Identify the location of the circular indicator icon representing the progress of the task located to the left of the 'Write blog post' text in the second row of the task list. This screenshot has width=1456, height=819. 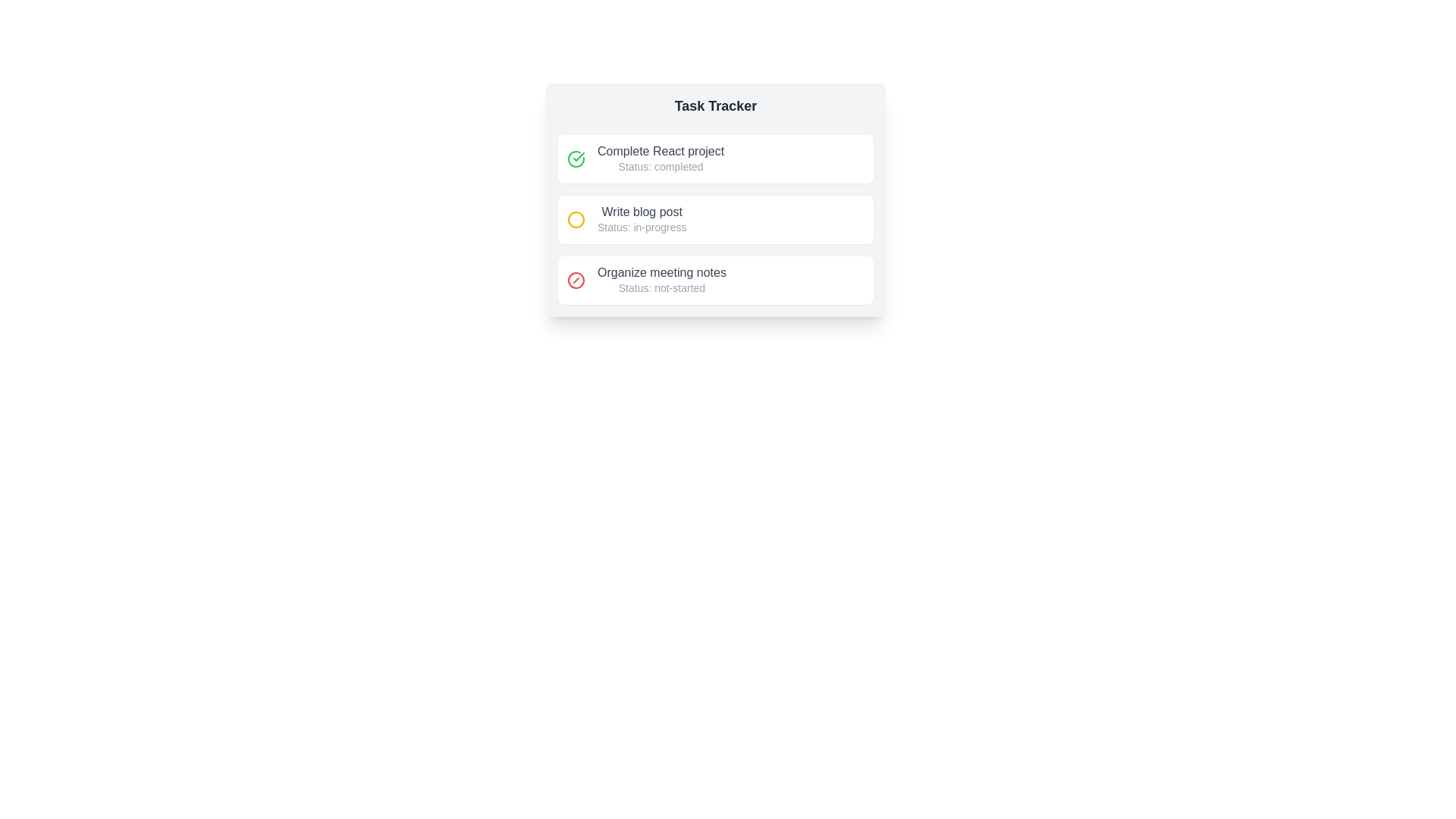
(575, 219).